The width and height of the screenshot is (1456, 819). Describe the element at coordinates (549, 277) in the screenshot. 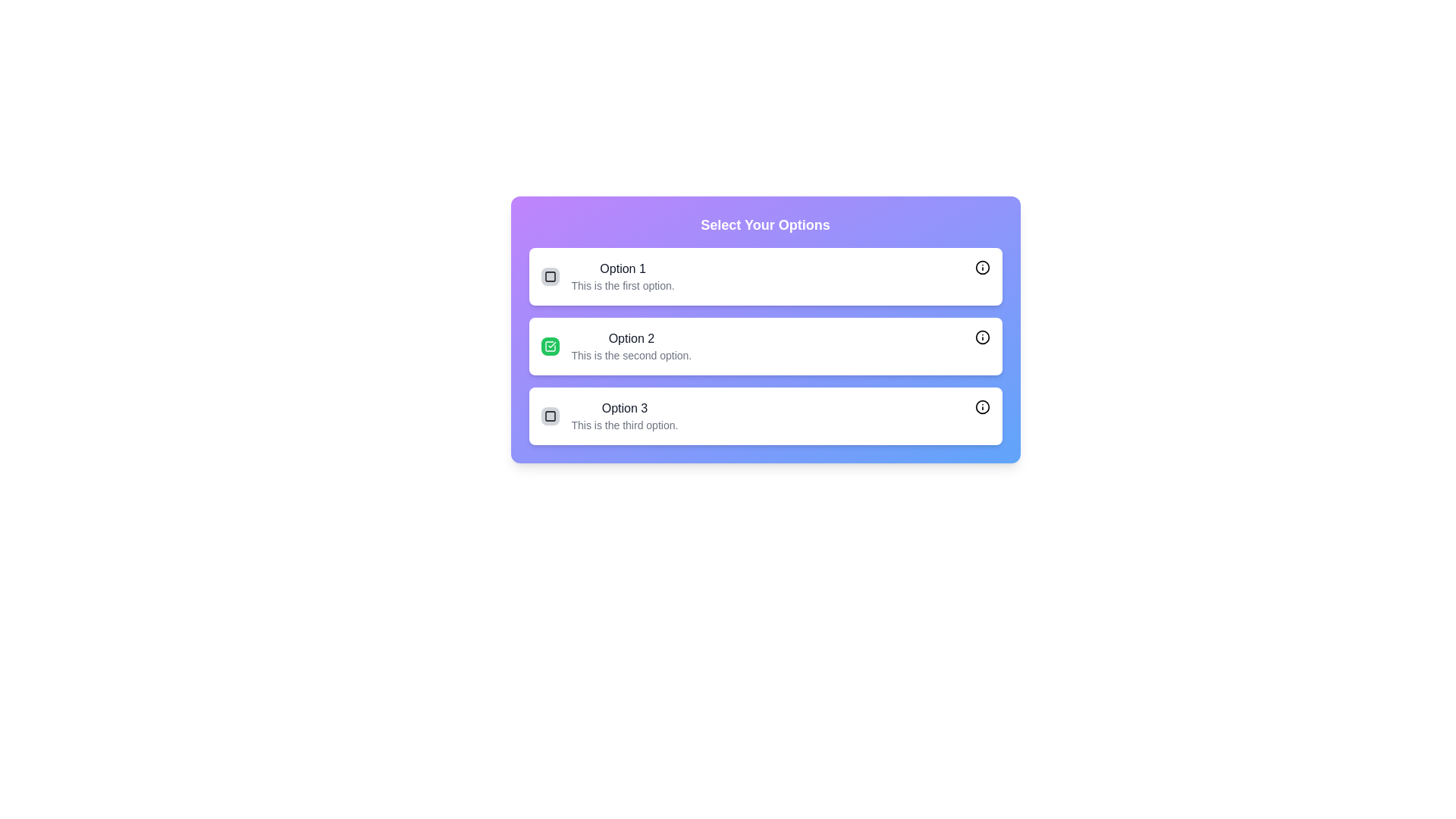

I see `the checkbox for 'Option 1'` at that location.